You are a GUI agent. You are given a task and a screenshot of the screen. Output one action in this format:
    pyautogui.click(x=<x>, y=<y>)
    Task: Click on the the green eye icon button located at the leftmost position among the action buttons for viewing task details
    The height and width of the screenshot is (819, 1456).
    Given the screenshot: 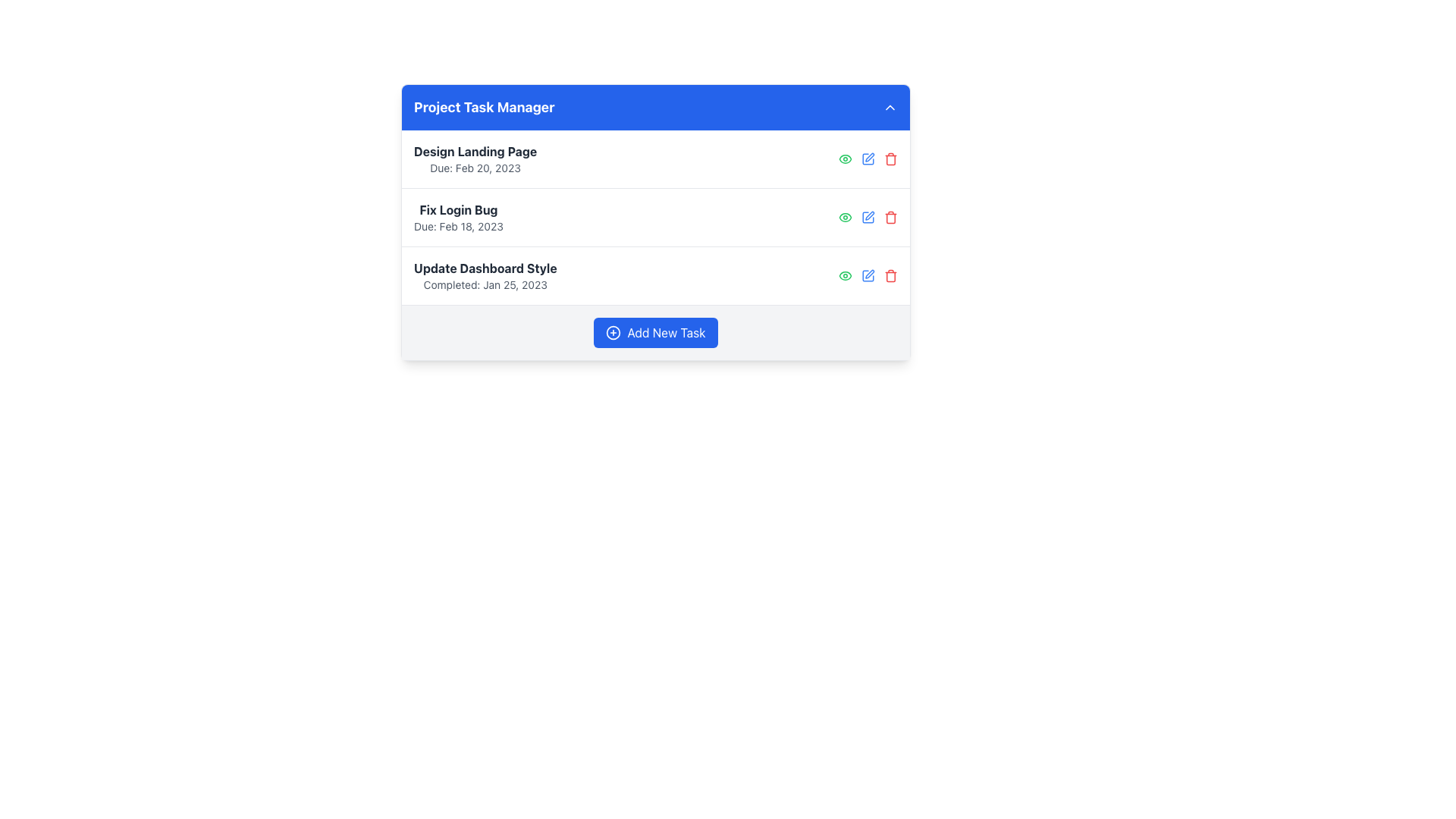 What is the action you would take?
    pyautogui.click(x=844, y=275)
    